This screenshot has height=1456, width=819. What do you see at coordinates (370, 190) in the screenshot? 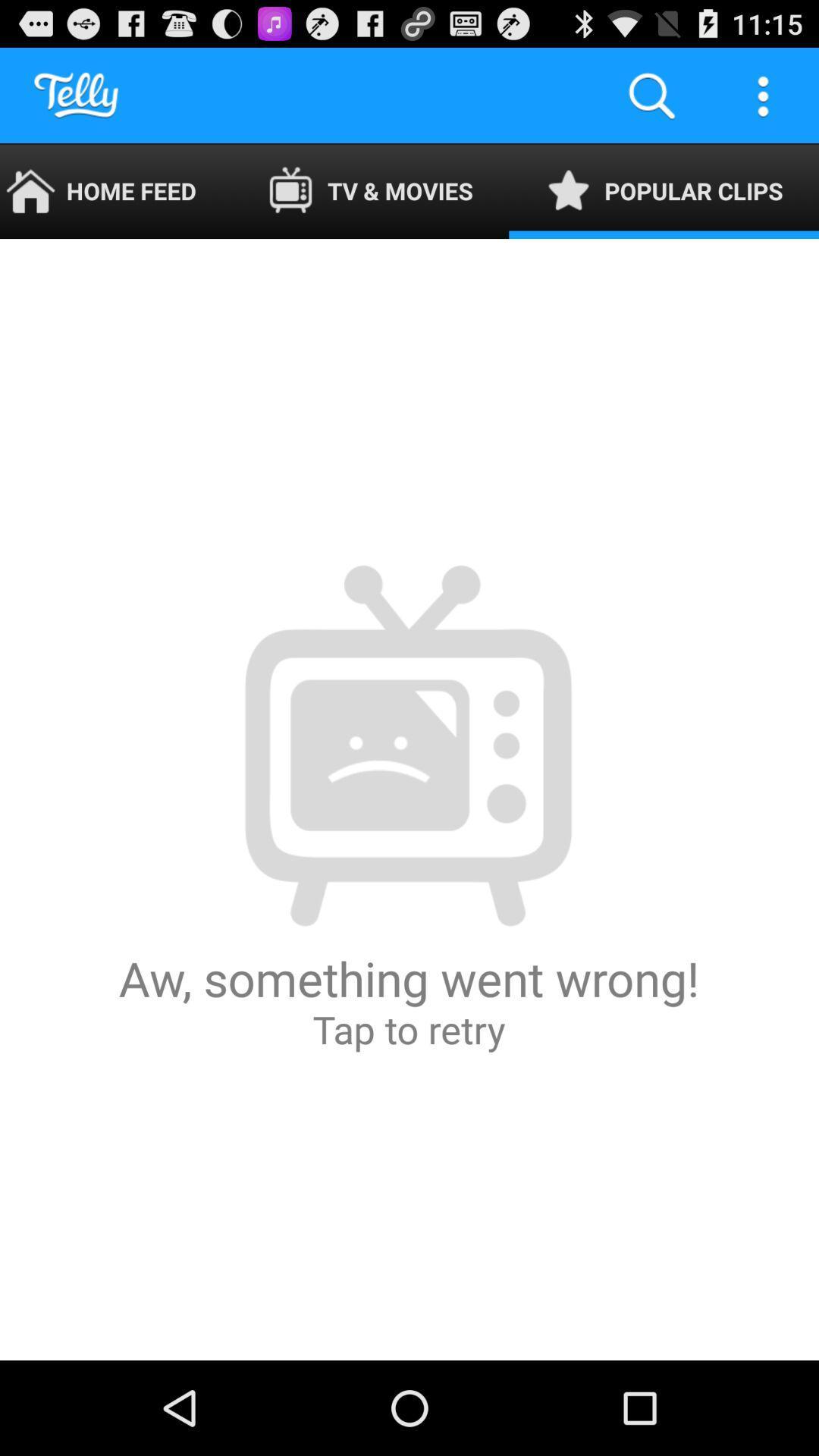
I see `the tv & movies` at bounding box center [370, 190].